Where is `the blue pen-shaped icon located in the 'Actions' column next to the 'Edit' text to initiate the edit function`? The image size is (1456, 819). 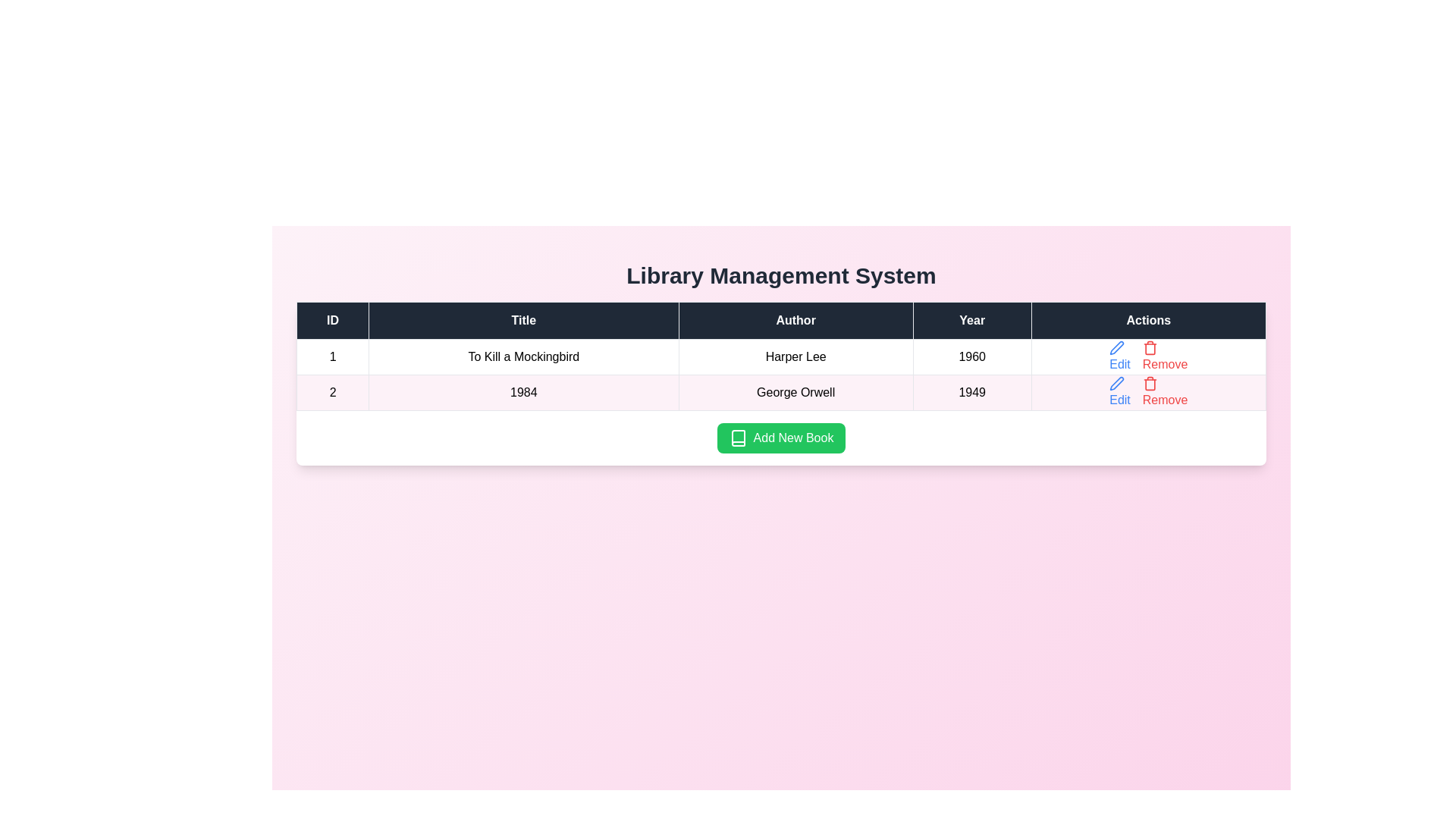 the blue pen-shaped icon located in the 'Actions' column next to the 'Edit' text to initiate the edit function is located at coordinates (1117, 348).